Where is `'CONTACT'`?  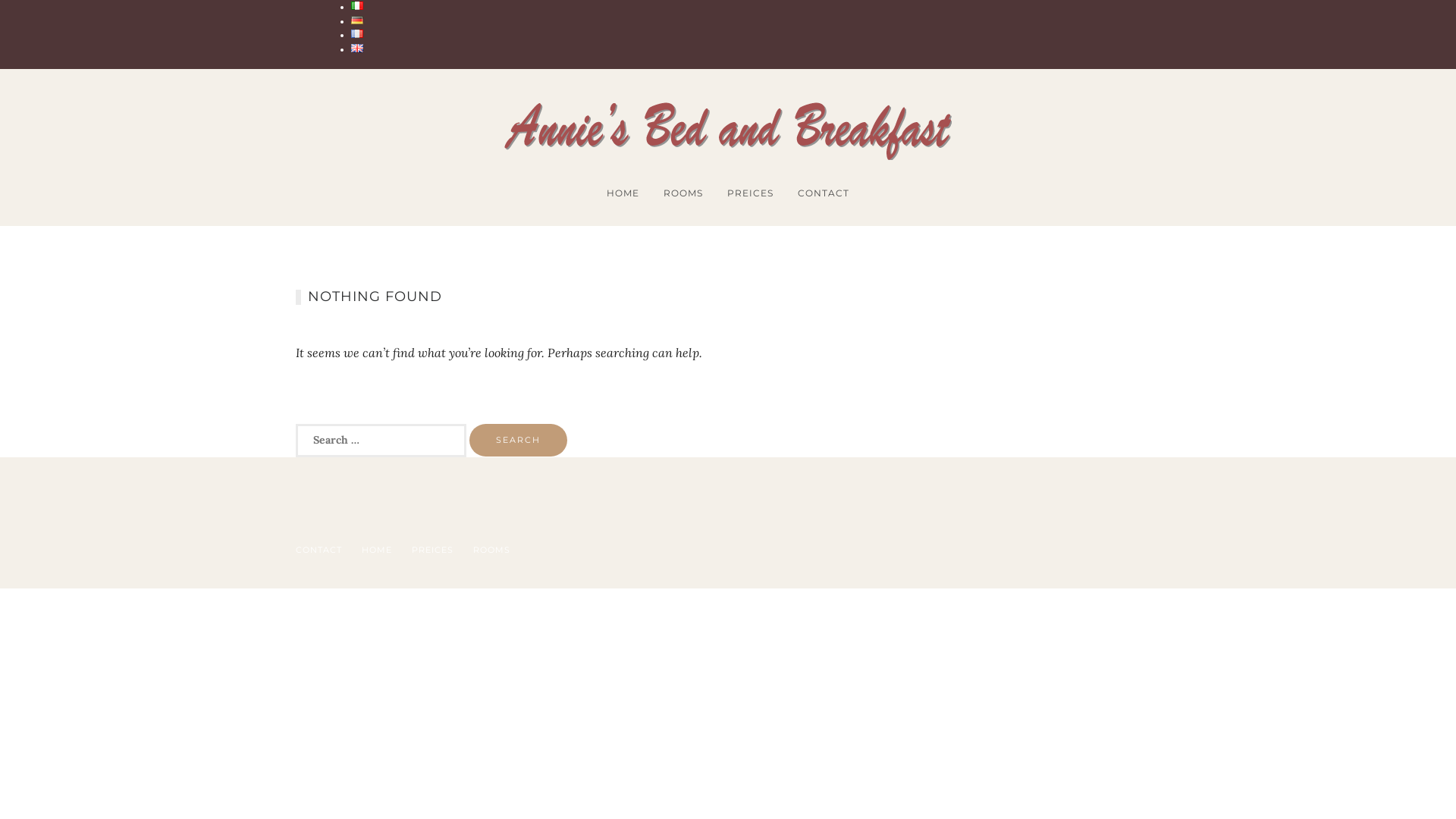
'CONTACT' is located at coordinates (295, 550).